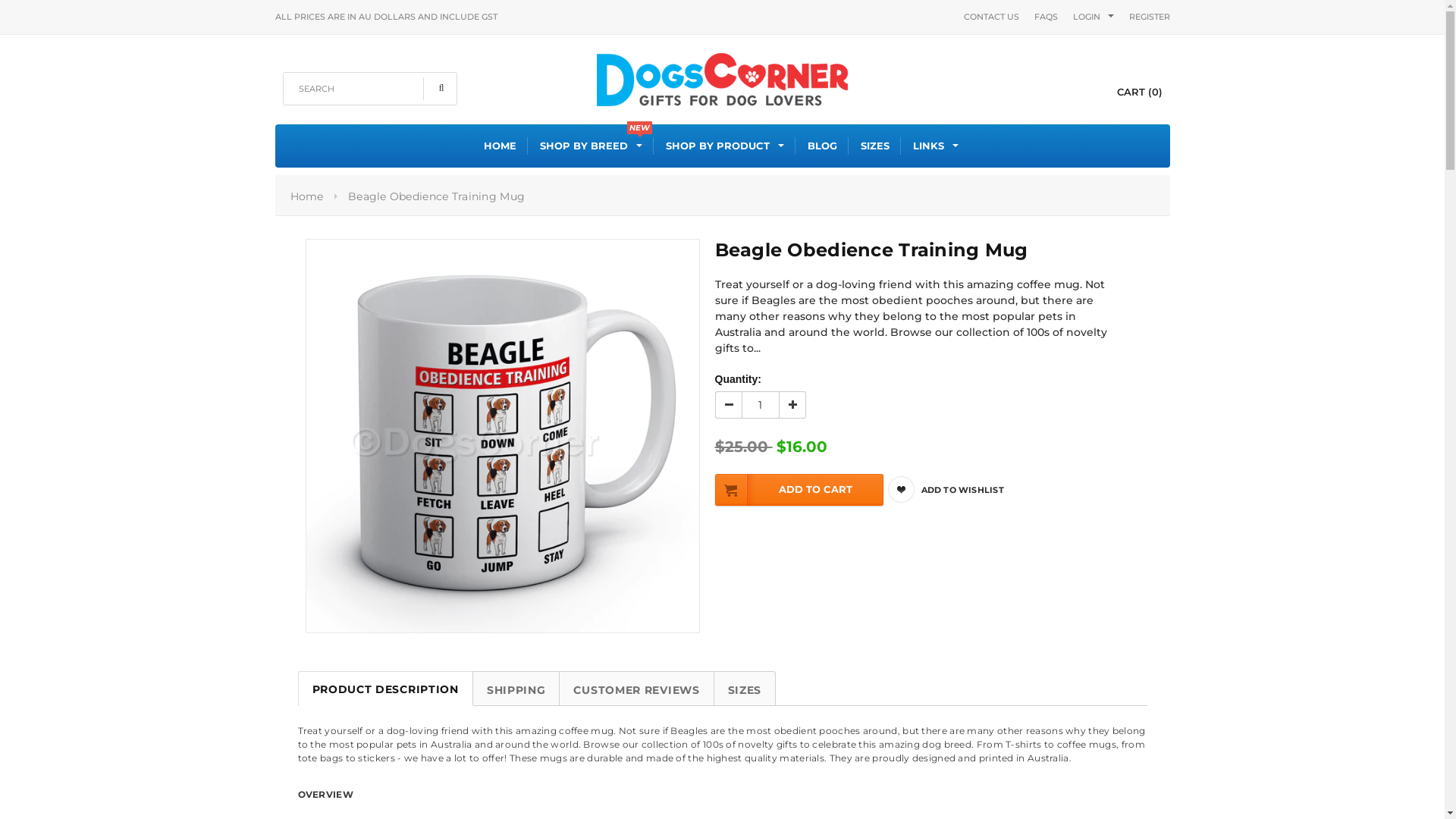  I want to click on 'PRODUCT DESCRIPTION', so click(384, 688).